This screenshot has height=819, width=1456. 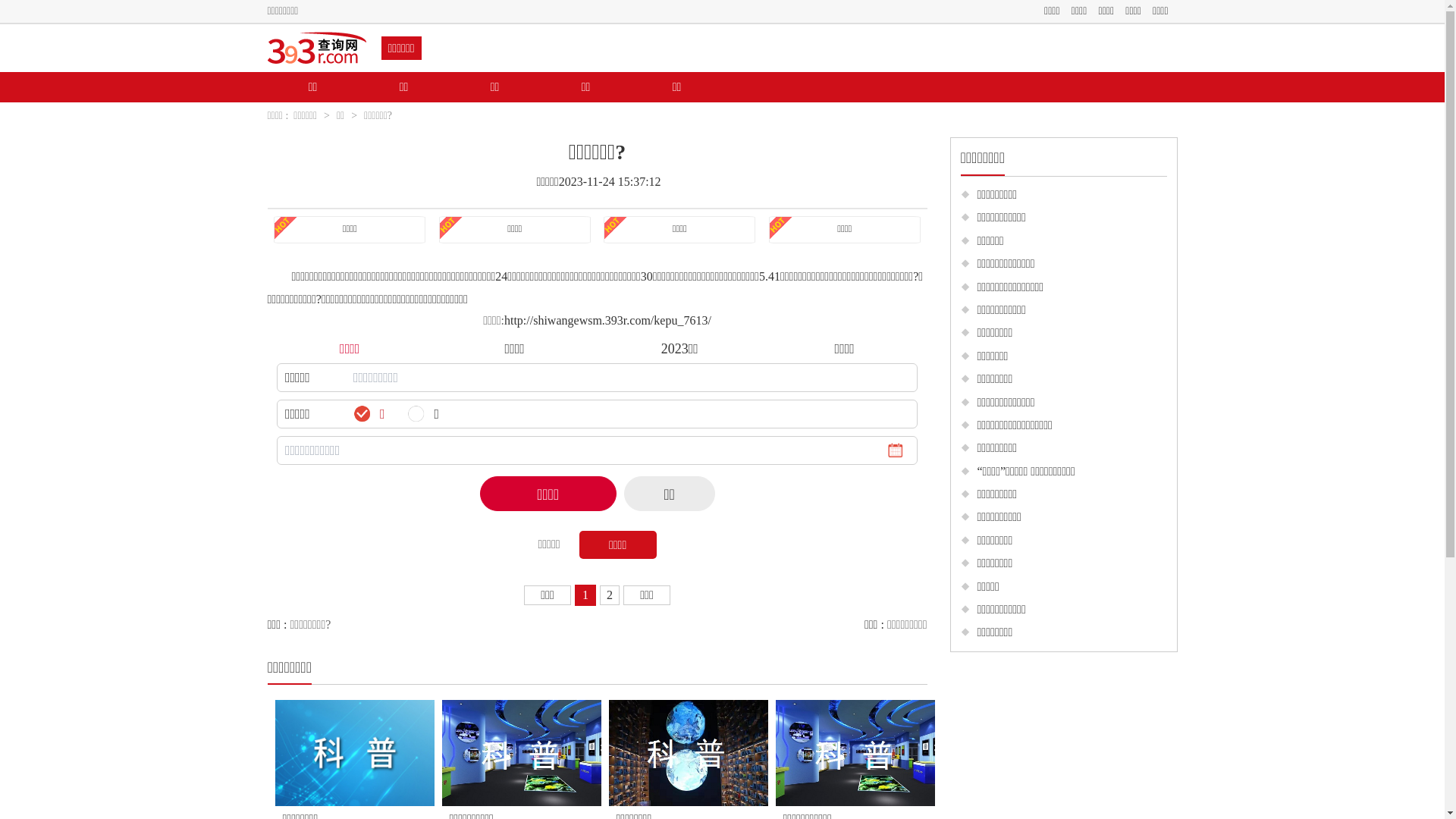 I want to click on '2', so click(x=607, y=594).